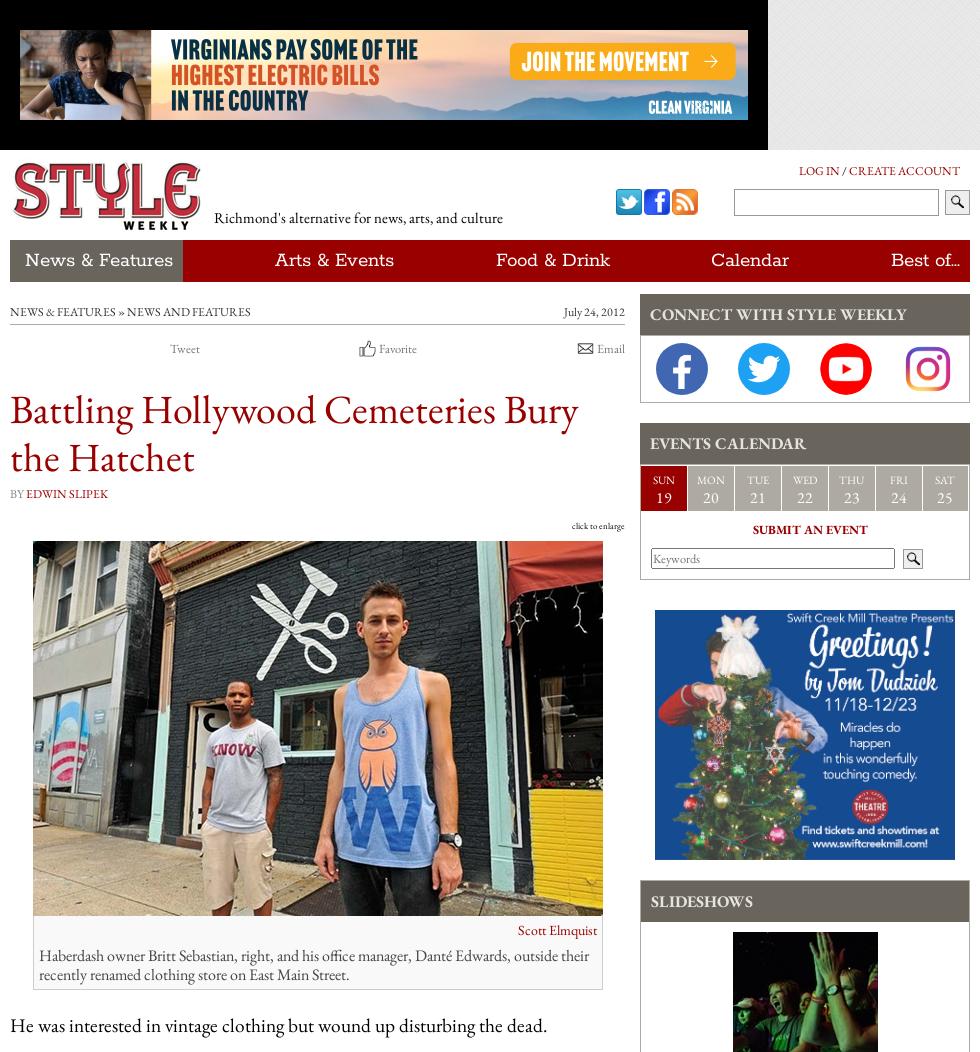 Image resolution: width=980 pixels, height=1052 pixels. I want to click on '/', so click(844, 169).